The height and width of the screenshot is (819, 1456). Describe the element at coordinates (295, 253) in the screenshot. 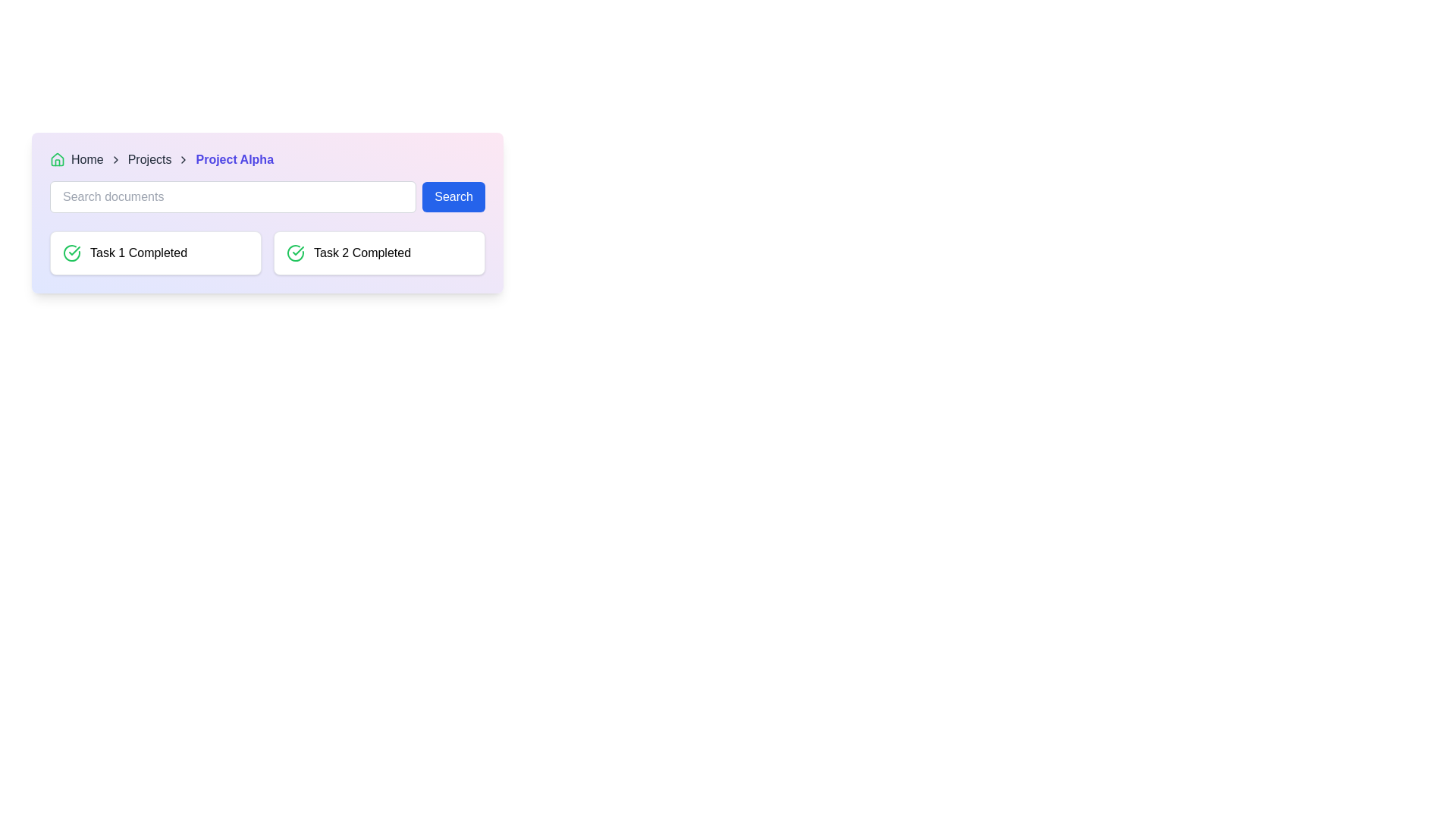

I see `the status represented by the circular green outlined icon with a checkmark symbol, which indicates a 'completed' or 'success' state, located within the card labeled 'Task 1 Completed'` at that location.